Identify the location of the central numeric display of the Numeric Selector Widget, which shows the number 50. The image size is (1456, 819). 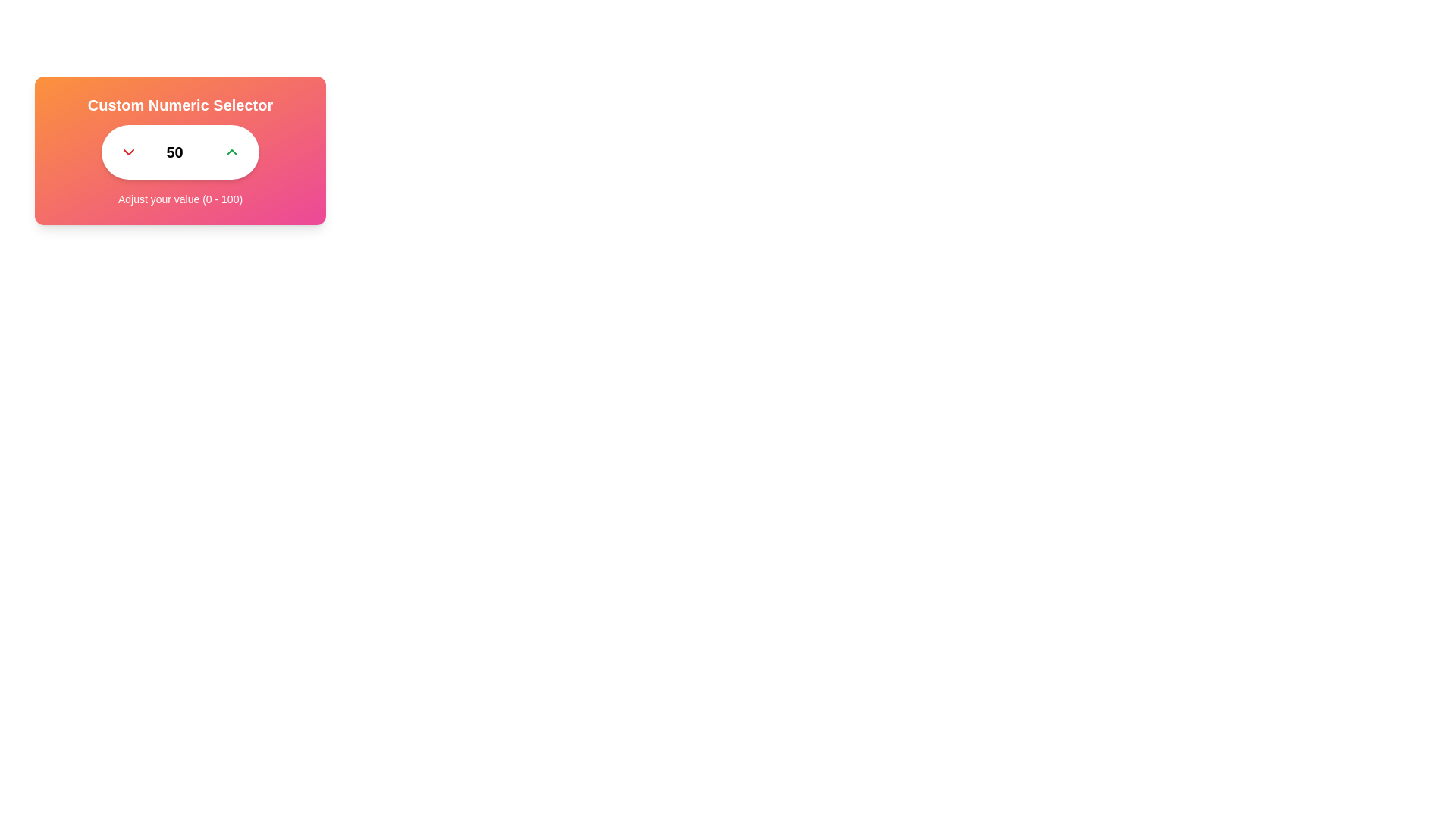
(180, 152).